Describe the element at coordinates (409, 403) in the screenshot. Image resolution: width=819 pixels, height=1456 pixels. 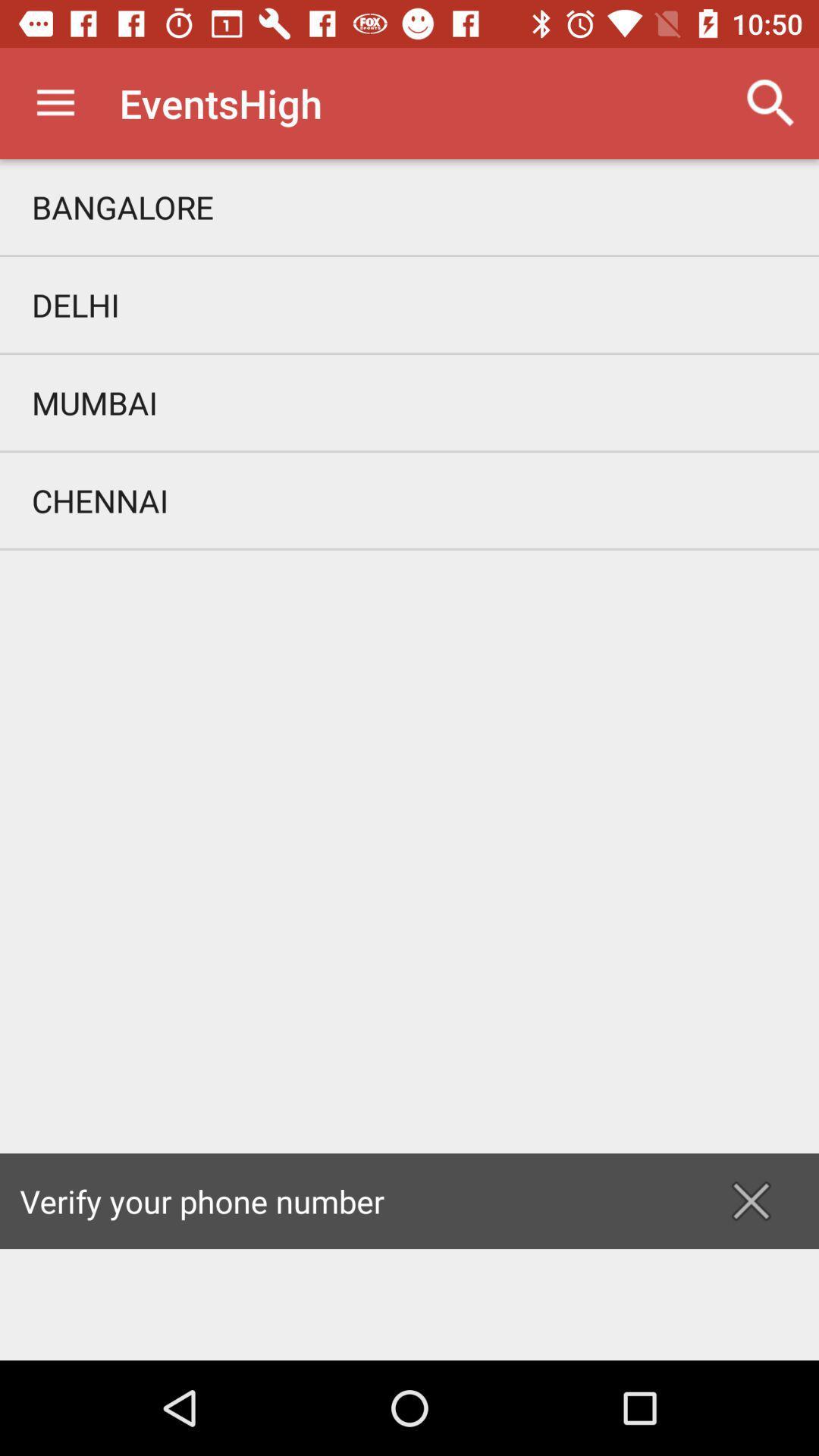
I see `the icon above the chennai item` at that location.